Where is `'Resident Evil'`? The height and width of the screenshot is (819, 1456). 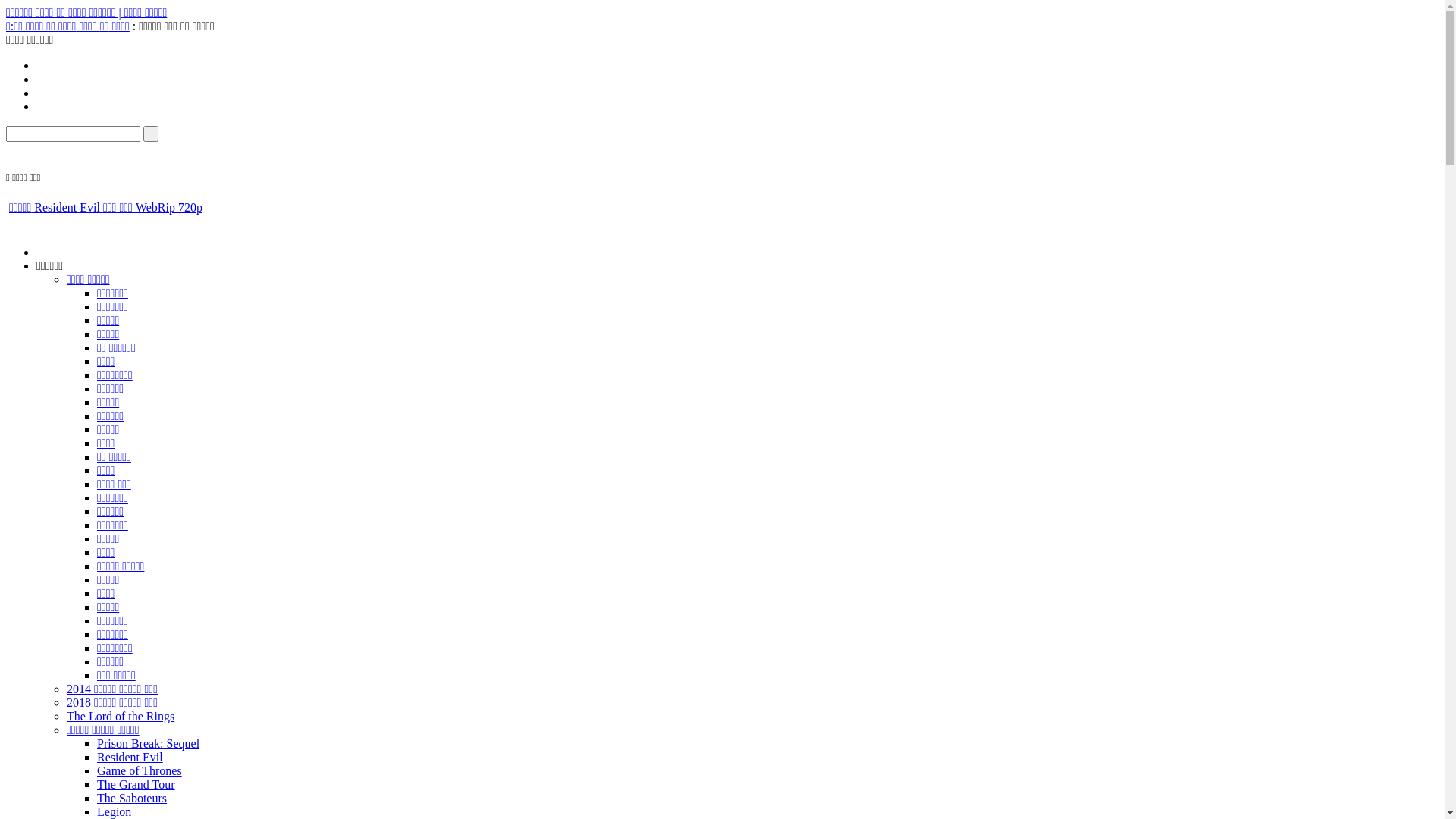
'Resident Evil' is located at coordinates (130, 757).